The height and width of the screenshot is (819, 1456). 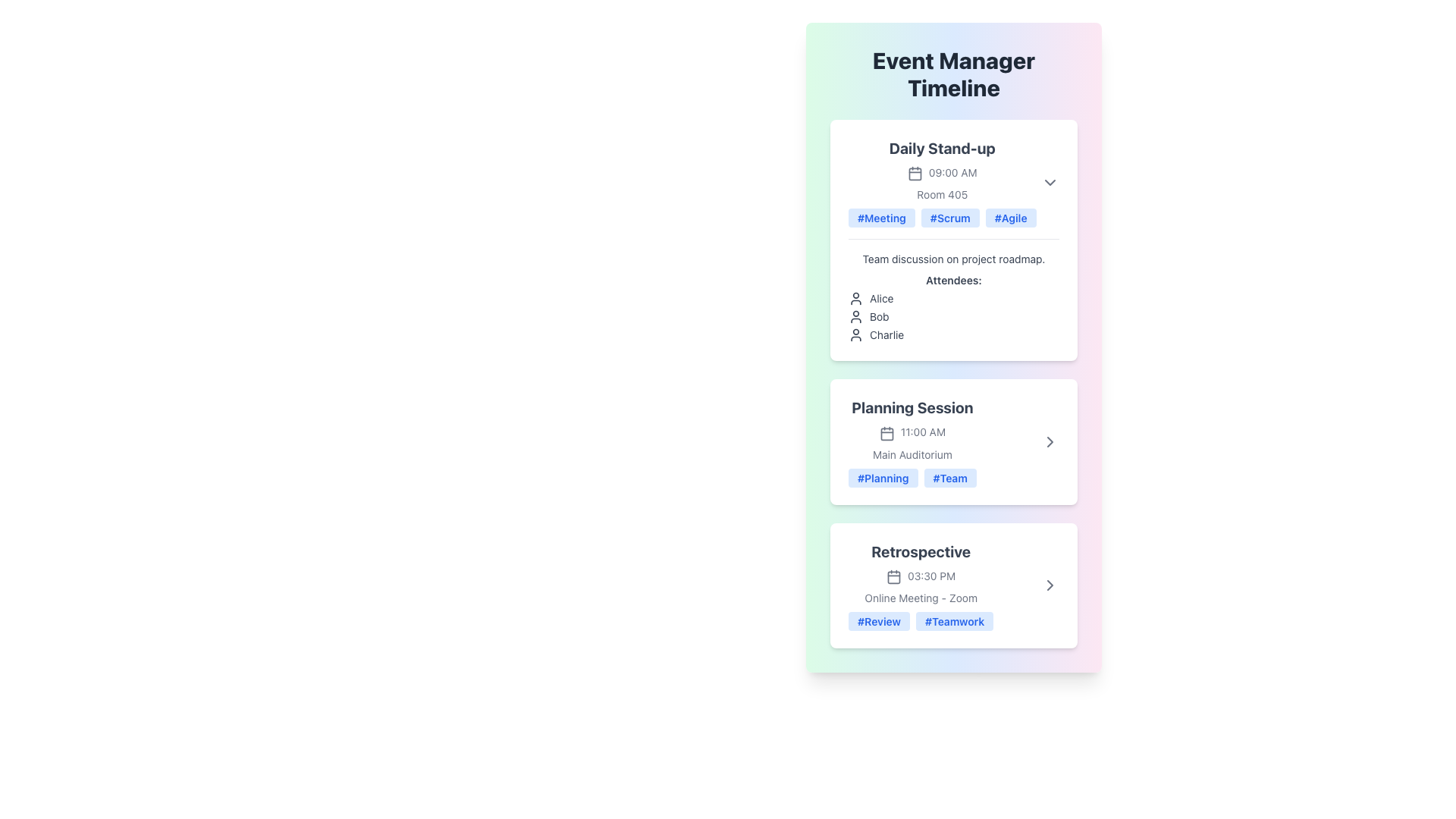 What do you see at coordinates (952, 334) in the screenshot?
I see `the user's name in the third list item under the 'Attendees' section of the 'Daily Stand-up' card, which is positioned below 'Bob'` at bounding box center [952, 334].